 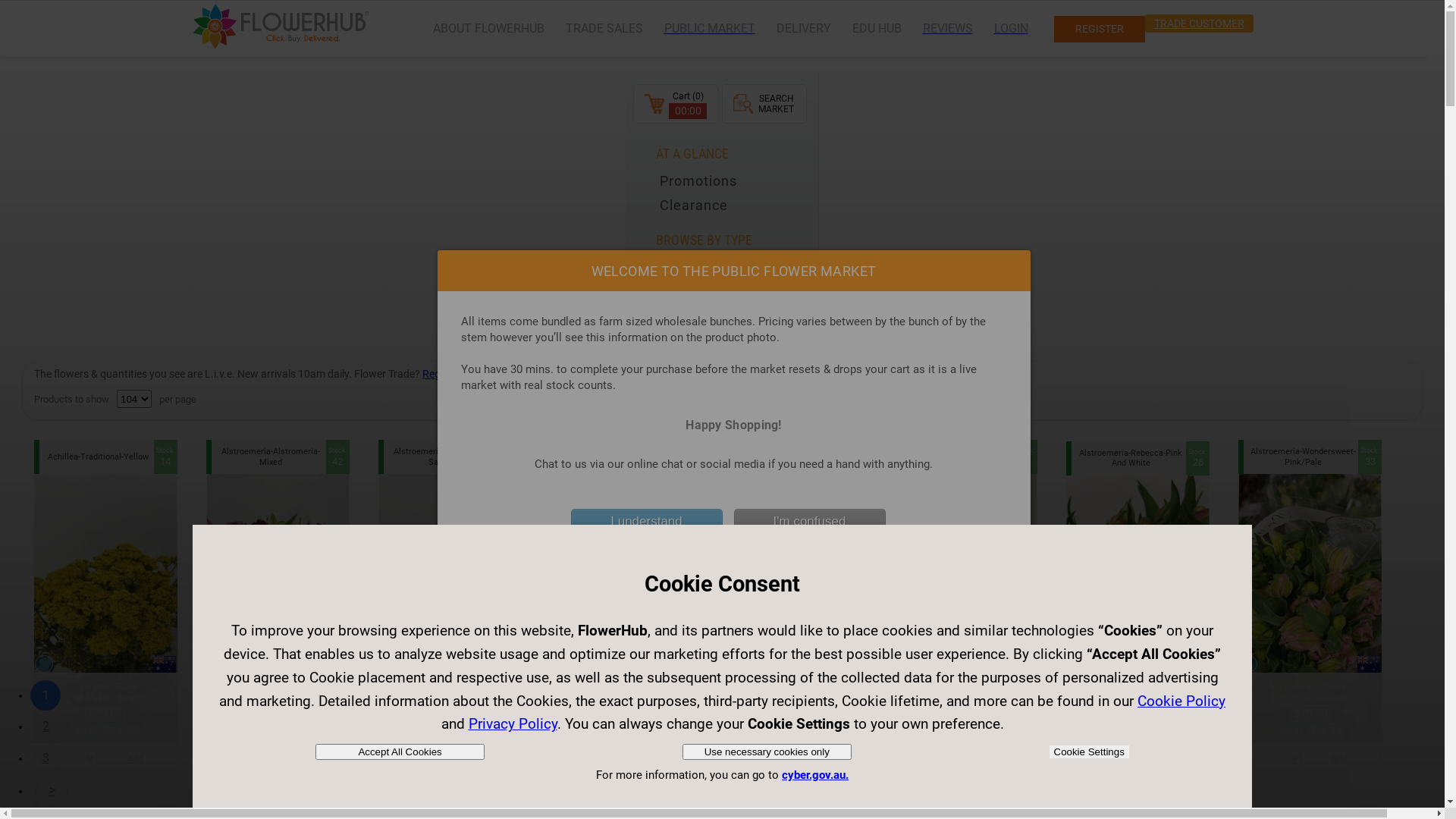 I want to click on 'cyber.gov.au.', so click(x=814, y=775).